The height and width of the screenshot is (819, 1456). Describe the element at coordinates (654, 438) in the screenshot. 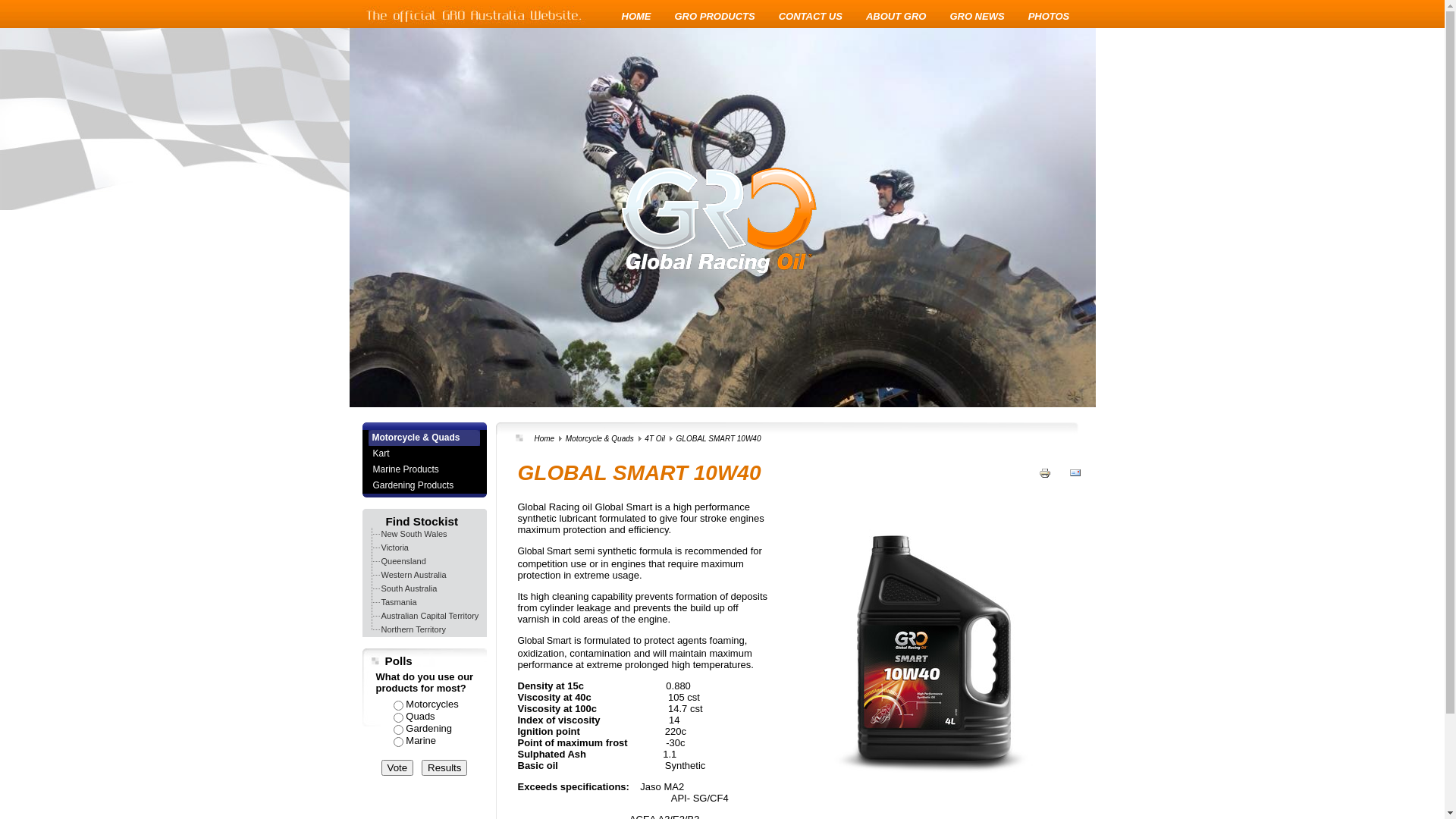

I see `'4T Oil'` at that location.